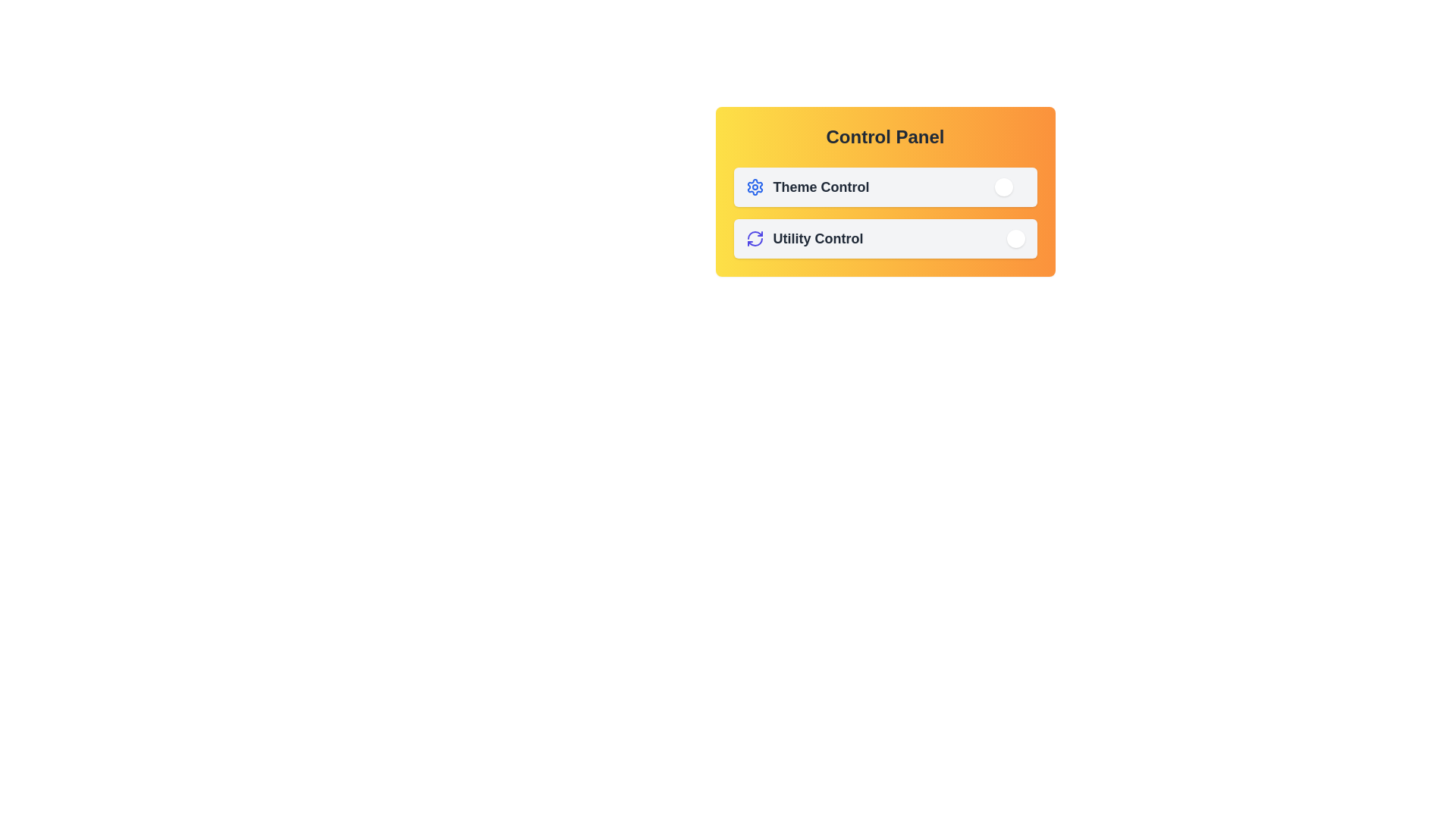  I want to click on the toggle switch styled as a horizontal slider with a red background, located in the top section of the 'Theme Control' card, to change its state, so click(1009, 186).